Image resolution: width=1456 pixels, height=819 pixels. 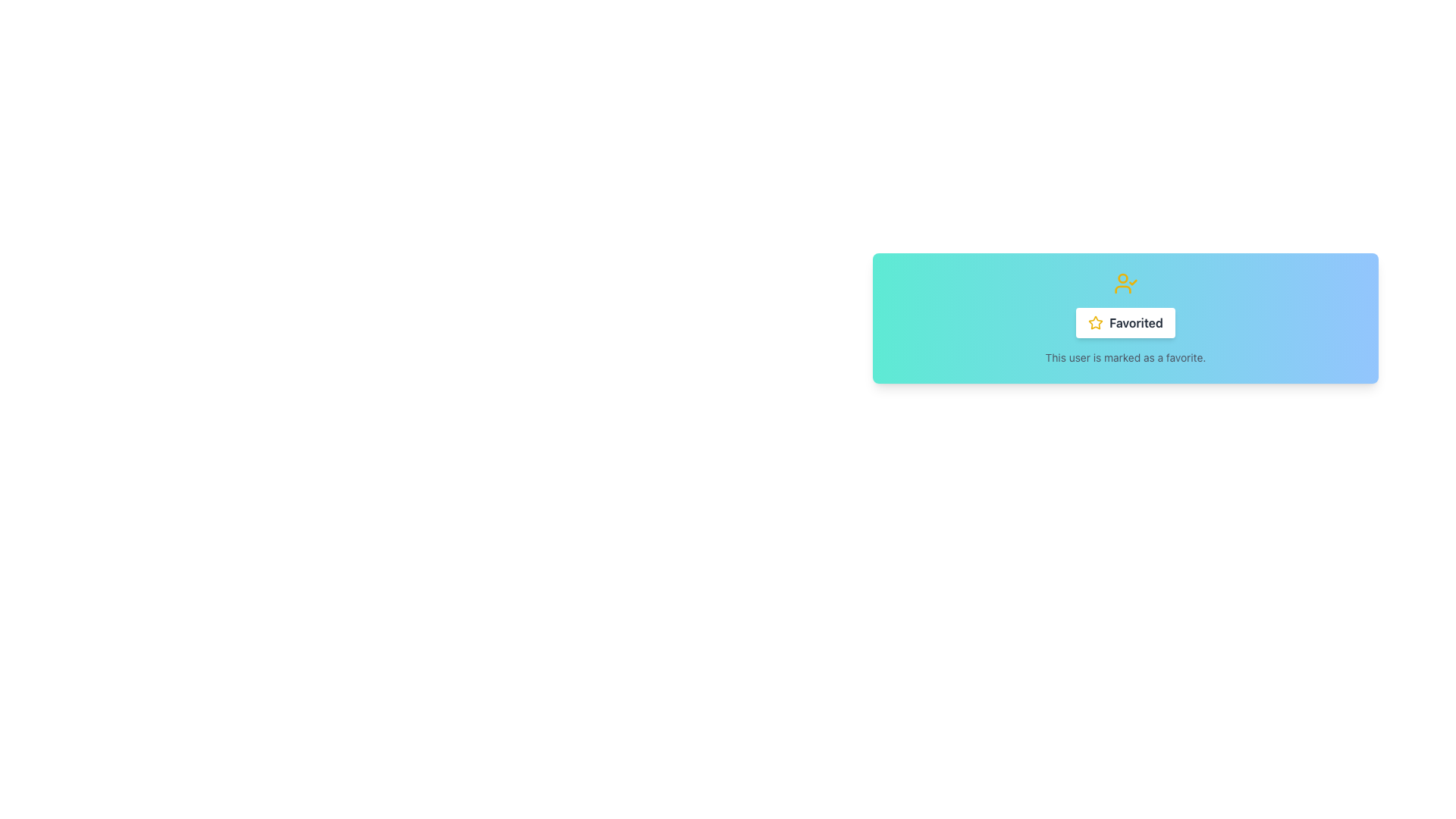 What do you see at coordinates (1125, 284) in the screenshot?
I see `the favorite icon located above the 'Favorited' label and button in the center of the card element` at bounding box center [1125, 284].